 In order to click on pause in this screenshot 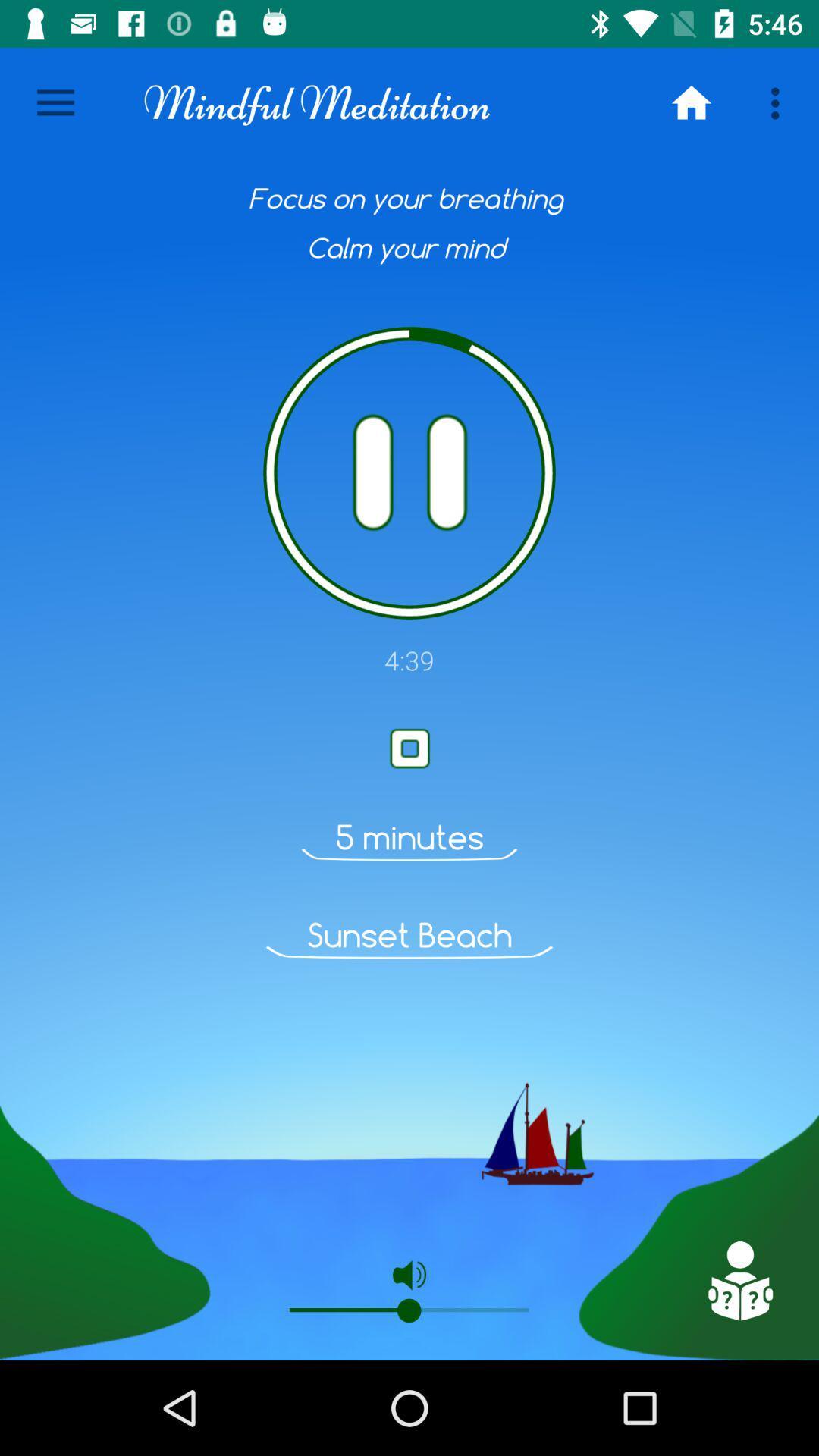, I will do `click(409, 472)`.